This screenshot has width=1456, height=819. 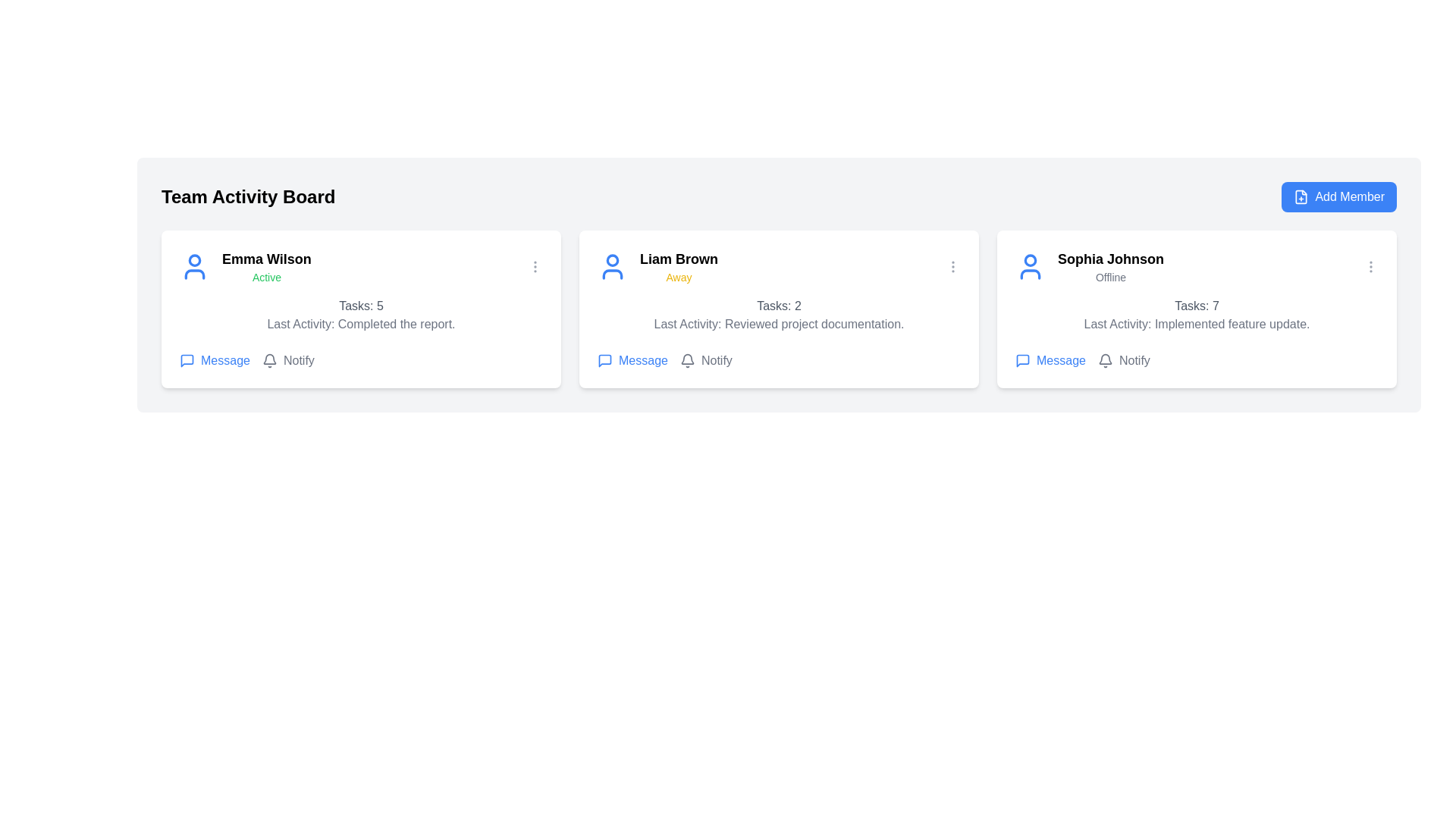 What do you see at coordinates (248, 196) in the screenshot?
I see `the heading element labeled 'Team Activity Board' that provides context for the section or page` at bounding box center [248, 196].